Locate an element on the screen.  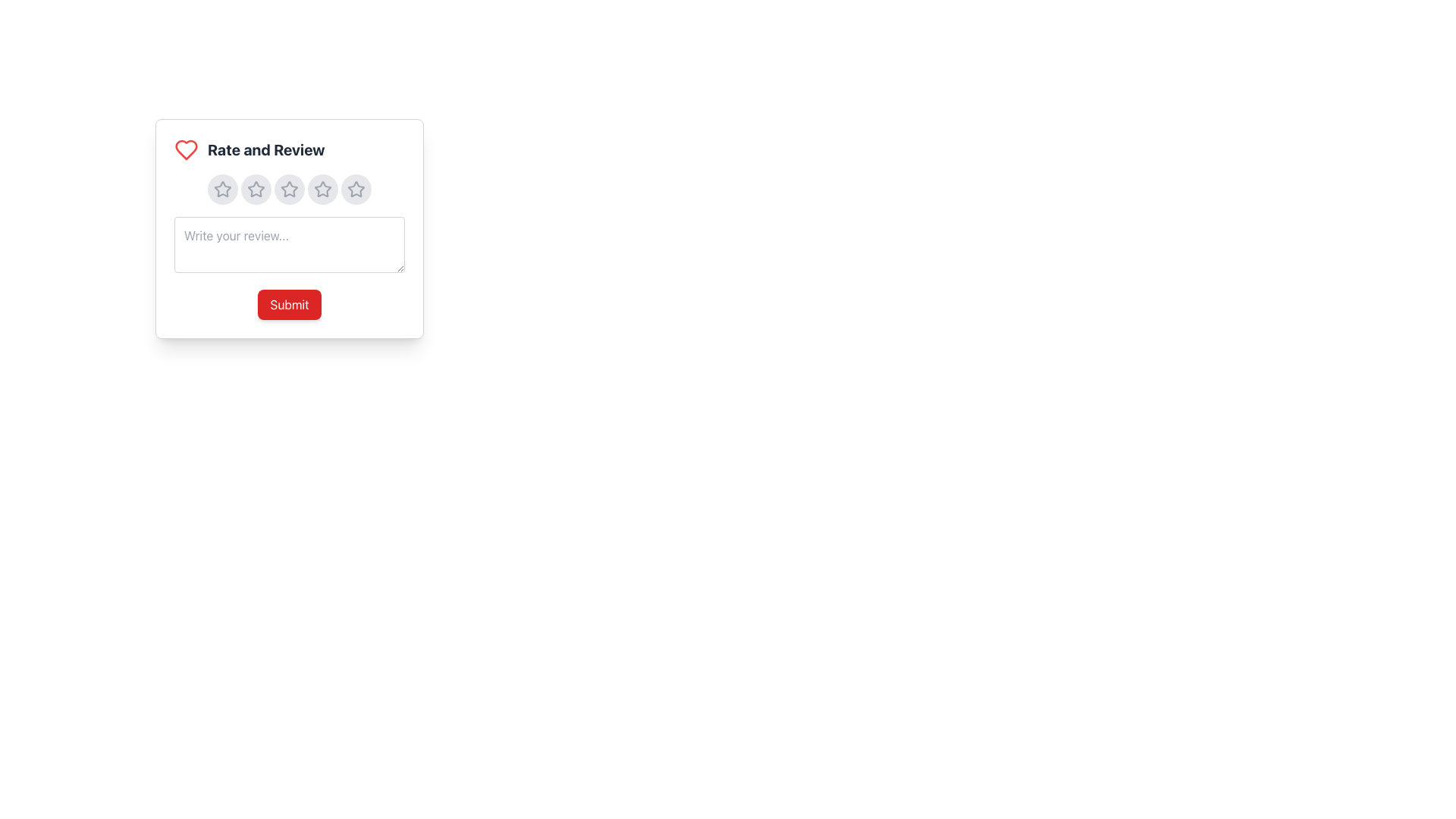
the fourth star icon in the rating section to rate it as 4 stars is located at coordinates (322, 188).